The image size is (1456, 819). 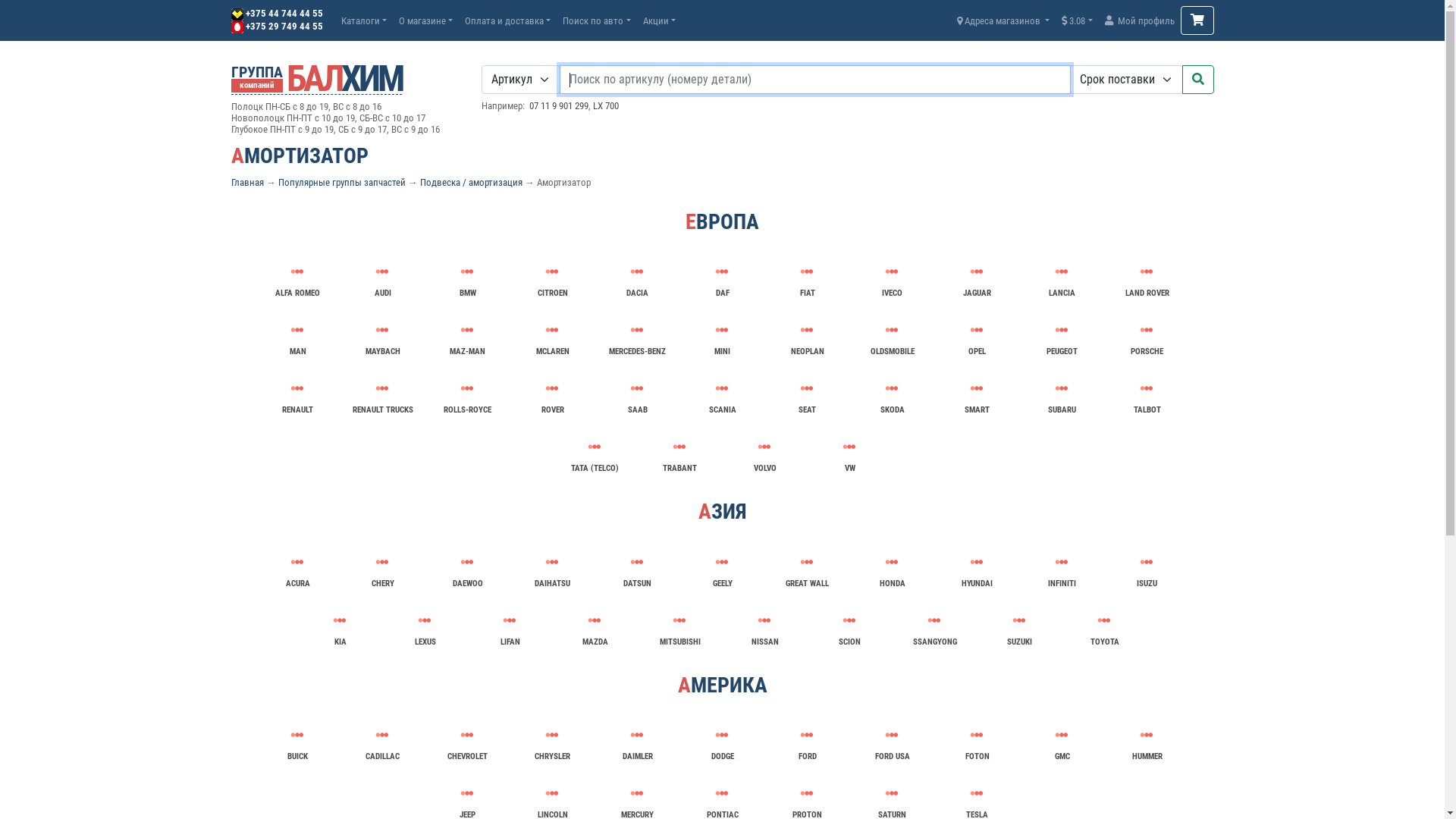 I want to click on 'KIA', so click(x=338, y=620).